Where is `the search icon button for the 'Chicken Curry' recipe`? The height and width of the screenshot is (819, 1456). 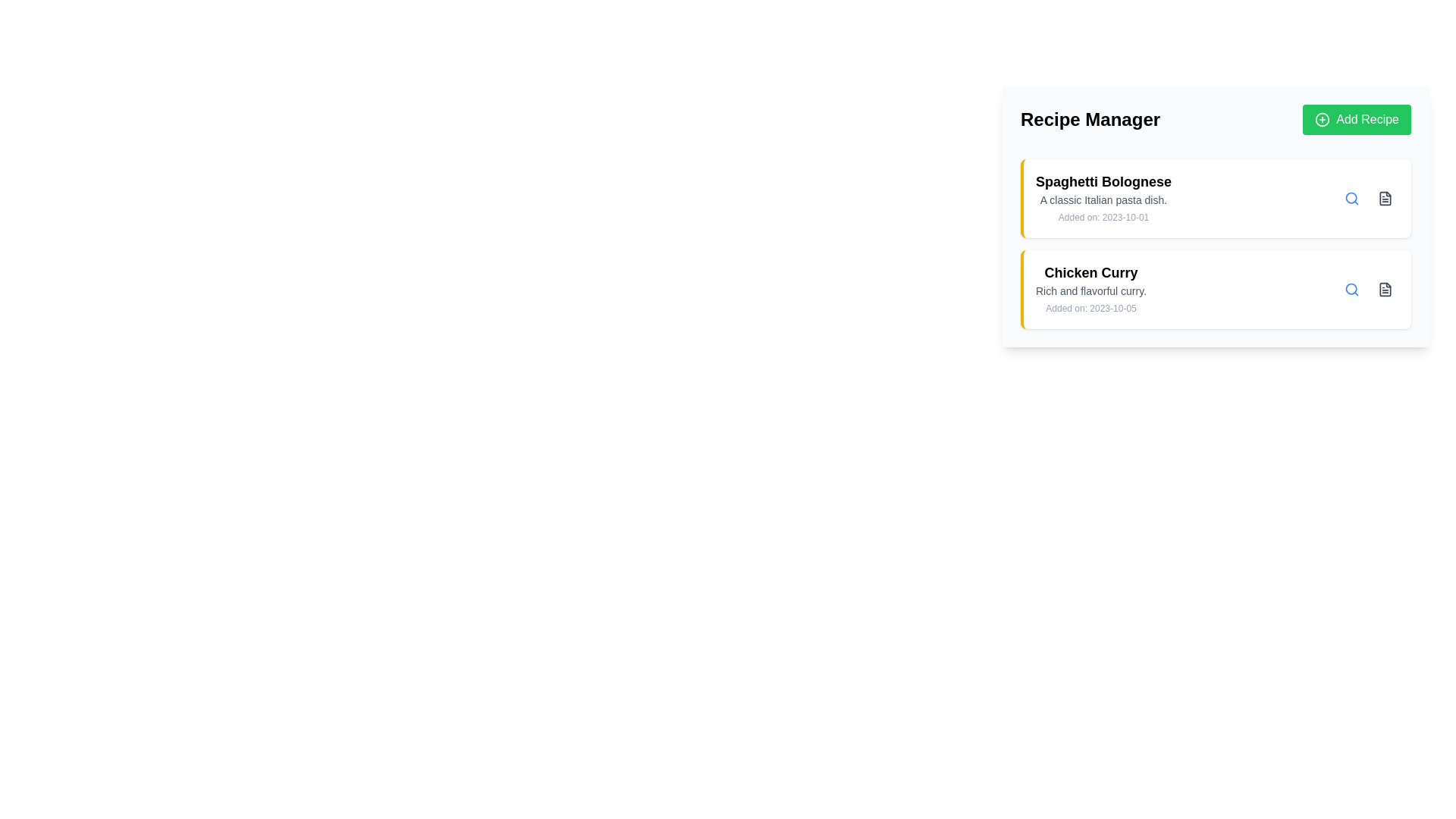
the search icon button for the 'Chicken Curry' recipe is located at coordinates (1351, 289).